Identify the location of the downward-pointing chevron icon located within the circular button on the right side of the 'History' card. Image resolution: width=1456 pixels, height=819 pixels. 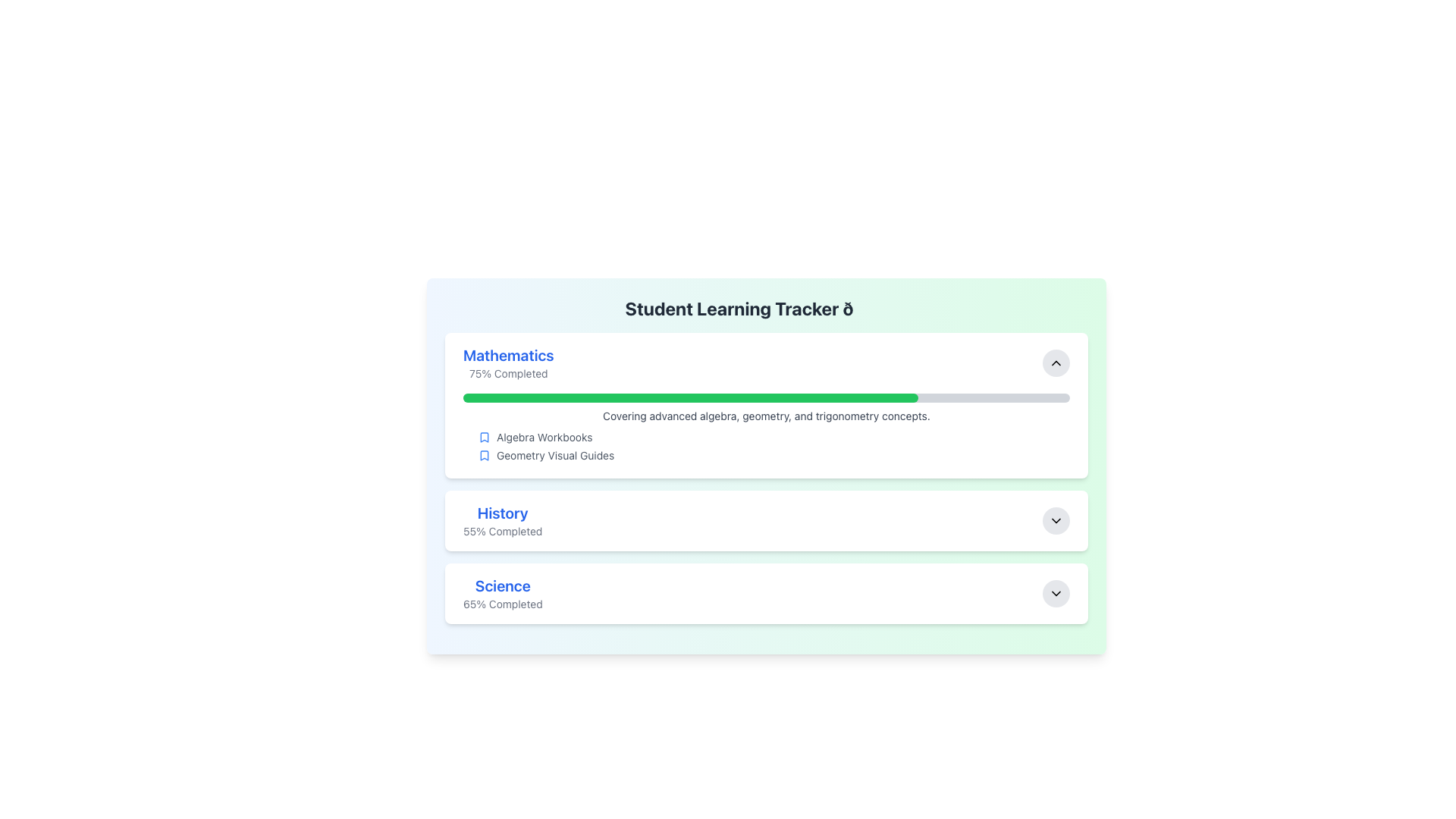
(1055, 519).